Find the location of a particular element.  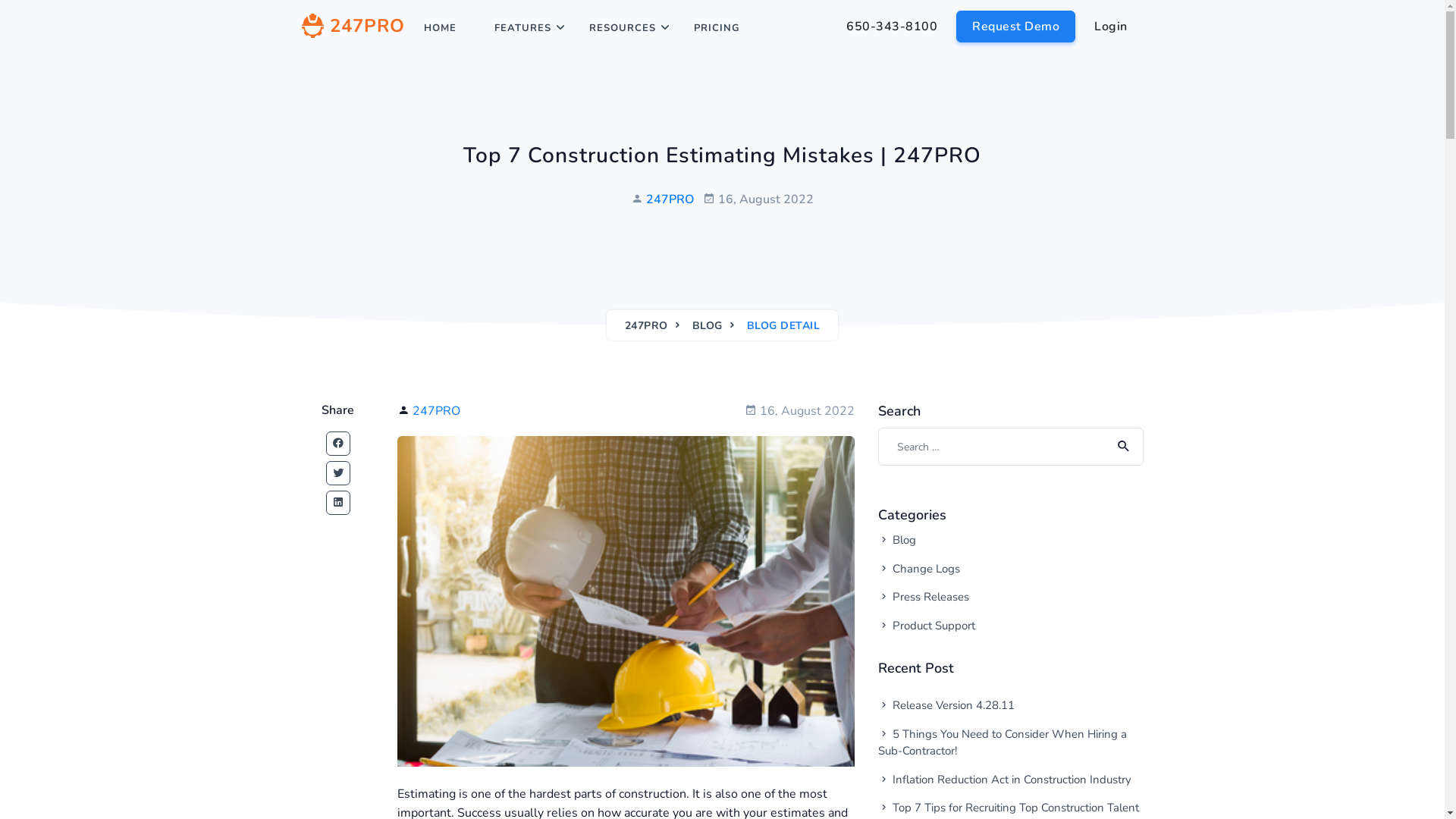

'247PRO' is located at coordinates (646, 325).